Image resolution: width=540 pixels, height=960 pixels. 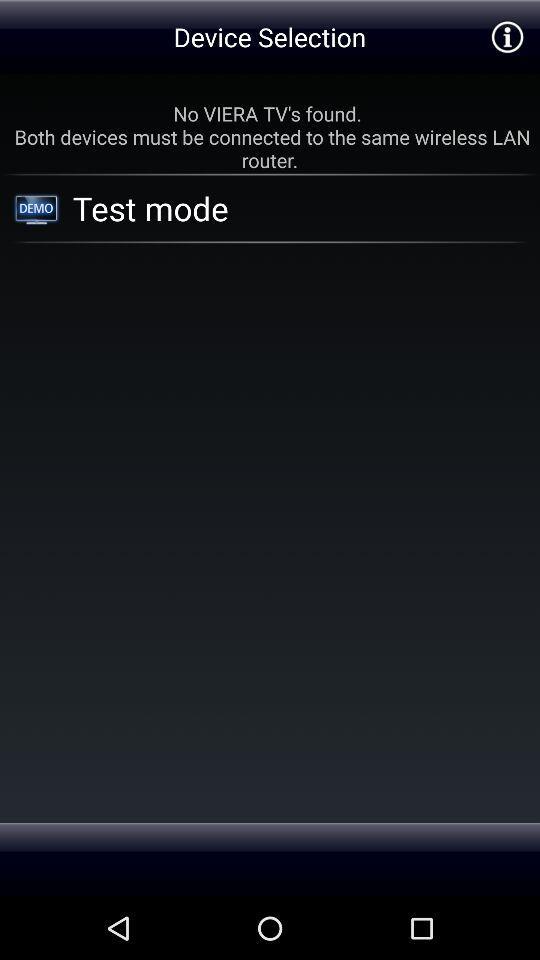 I want to click on the item at the top right corner, so click(x=507, y=35).